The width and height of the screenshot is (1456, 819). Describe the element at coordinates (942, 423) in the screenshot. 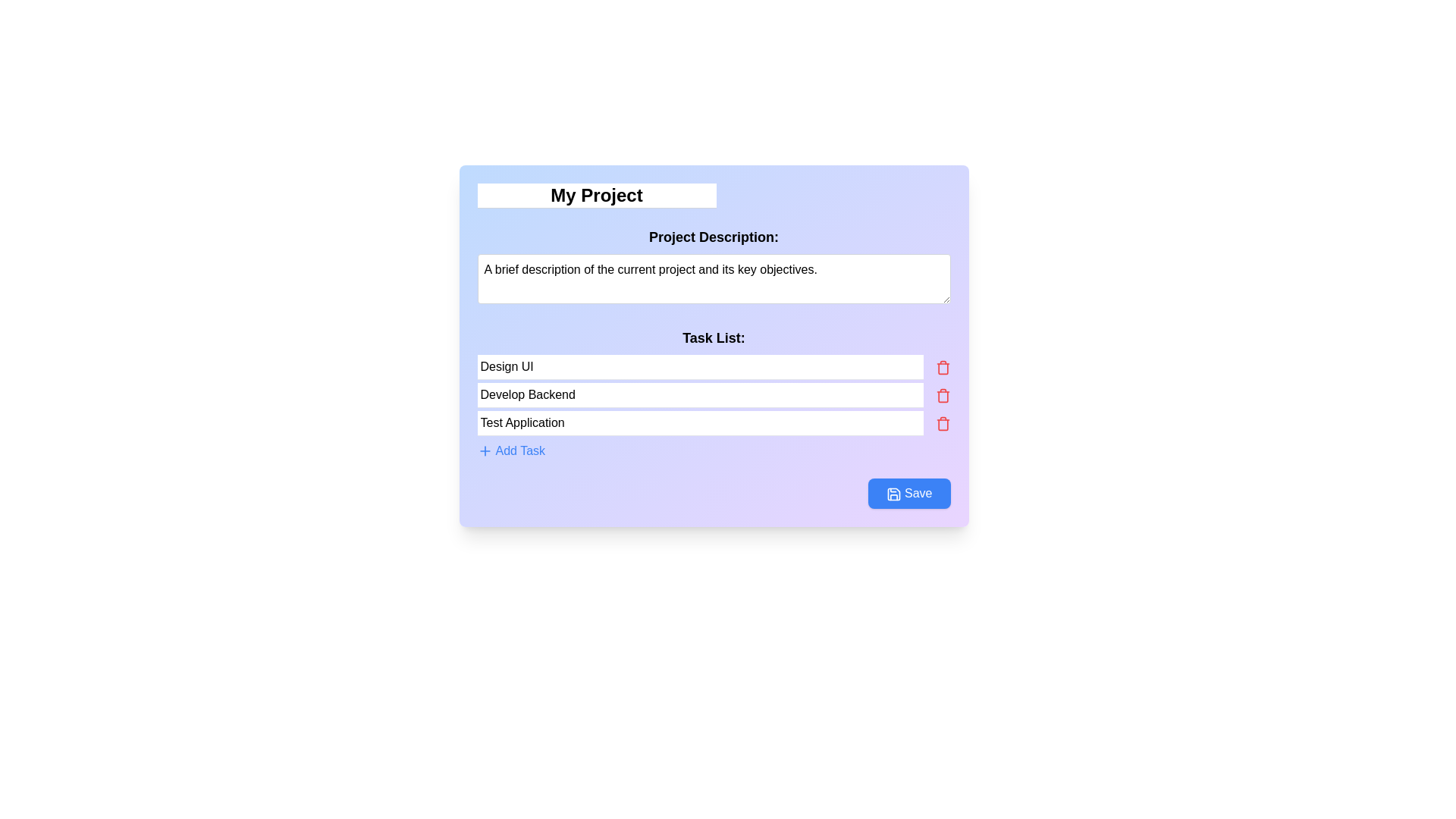

I see `the delete button icon located to the right of the 'Test Application' input field` at that location.